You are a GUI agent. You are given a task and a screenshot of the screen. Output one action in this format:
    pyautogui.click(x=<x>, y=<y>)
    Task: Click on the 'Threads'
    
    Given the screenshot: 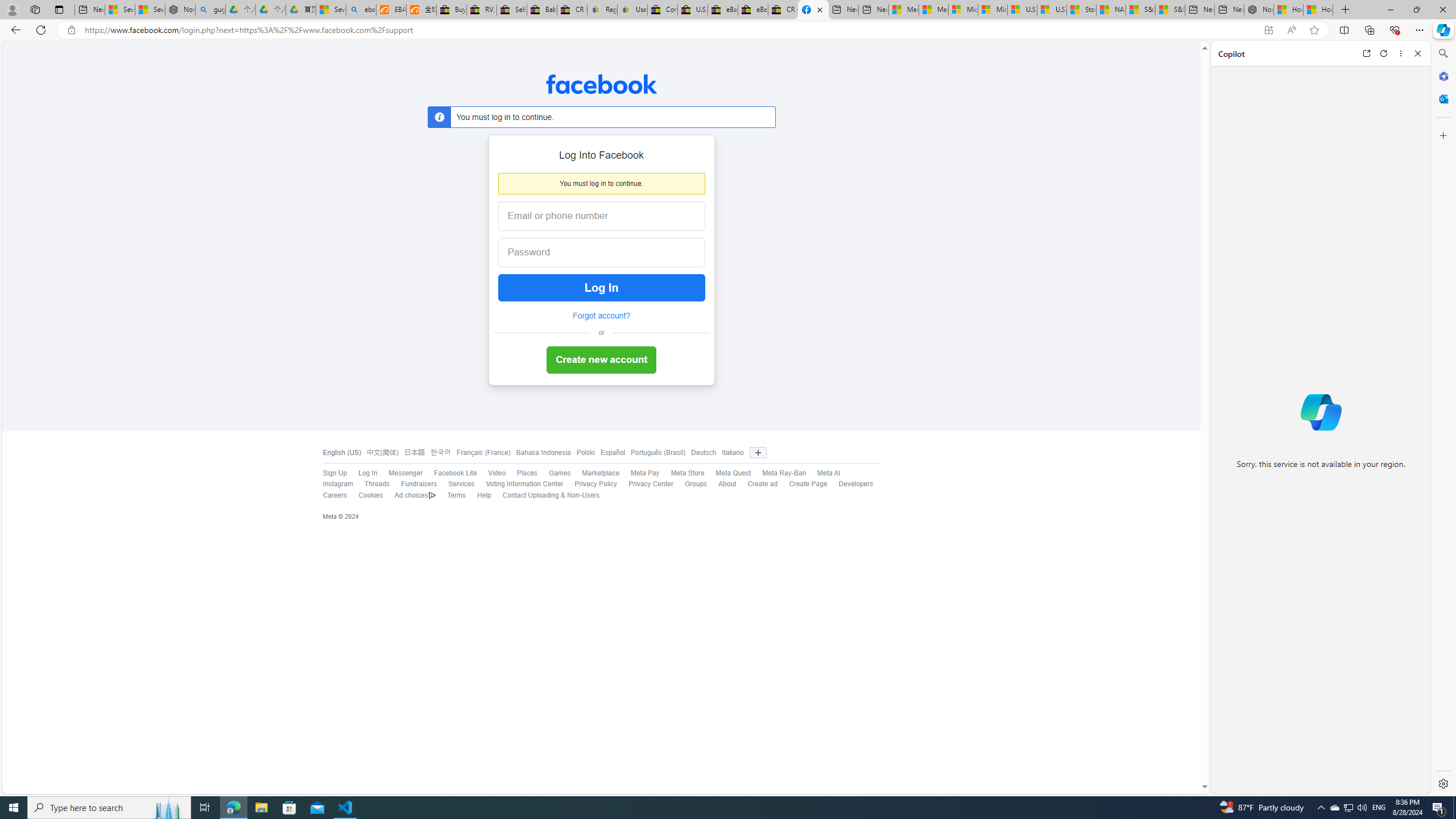 What is the action you would take?
    pyautogui.click(x=377, y=483)
    